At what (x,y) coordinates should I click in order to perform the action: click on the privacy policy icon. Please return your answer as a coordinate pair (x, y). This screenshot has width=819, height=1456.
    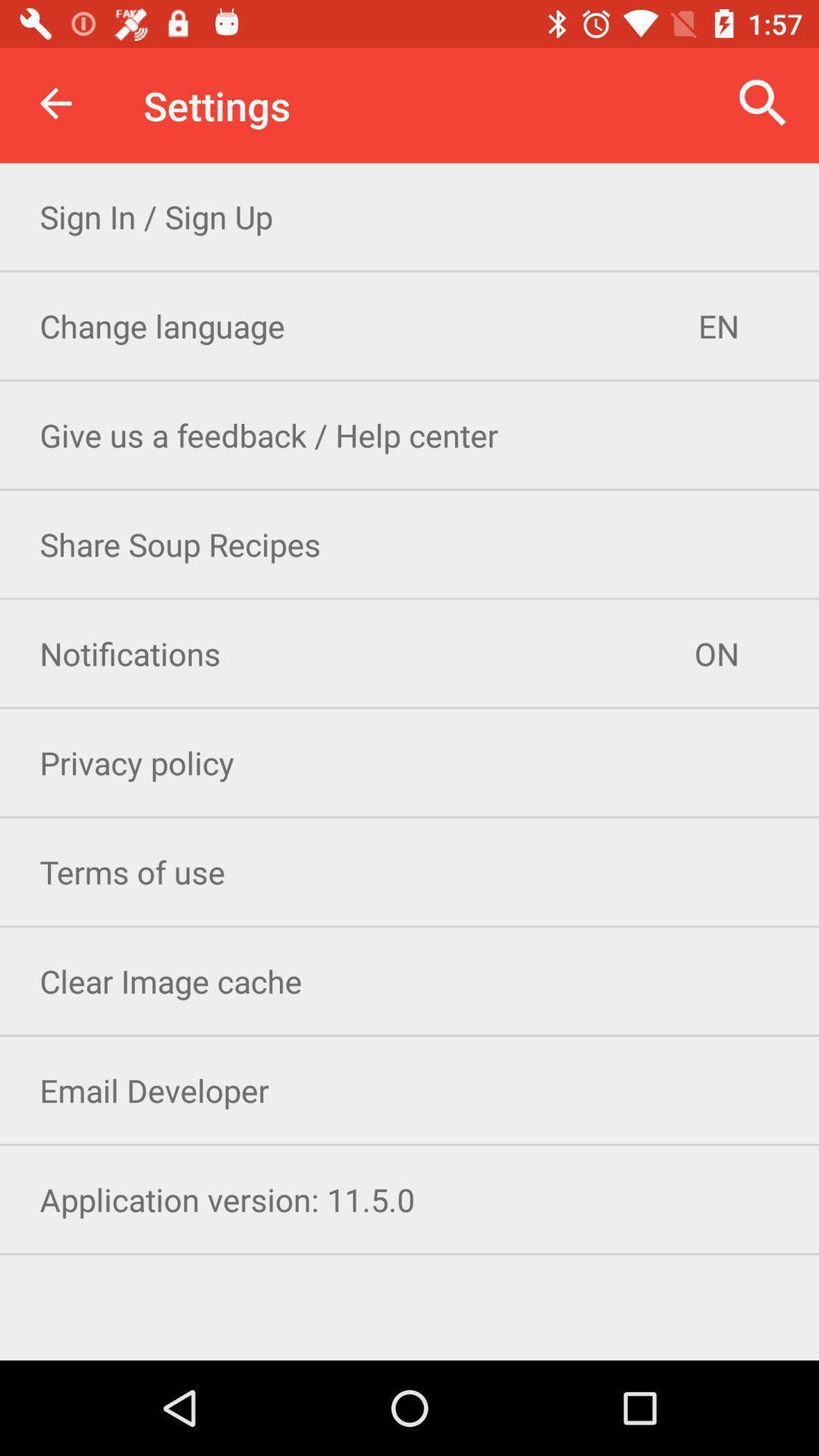
    Looking at the image, I should click on (409, 762).